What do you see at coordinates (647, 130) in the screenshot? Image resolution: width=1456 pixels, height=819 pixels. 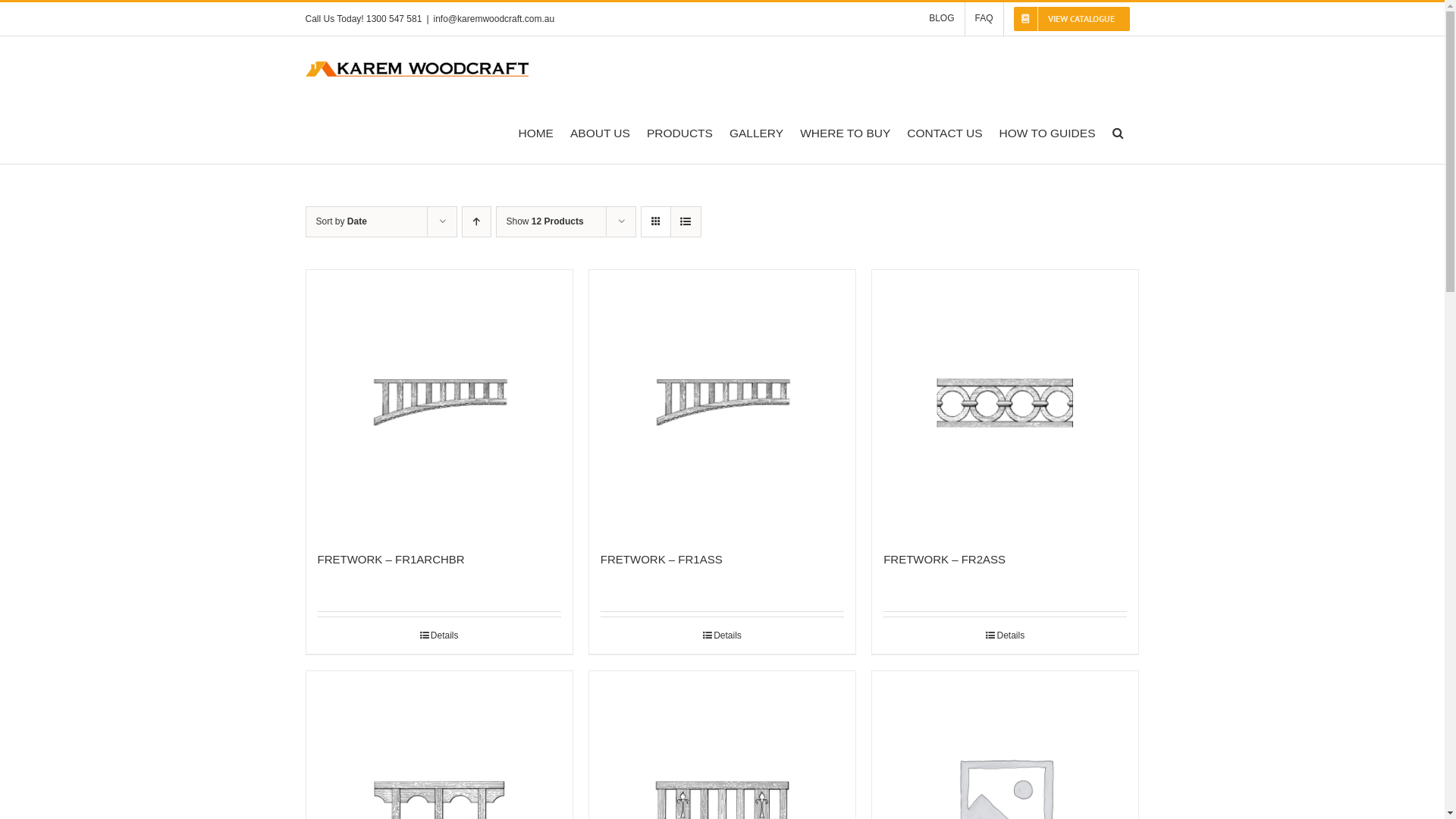 I see `'PRODUCTS'` at bounding box center [647, 130].